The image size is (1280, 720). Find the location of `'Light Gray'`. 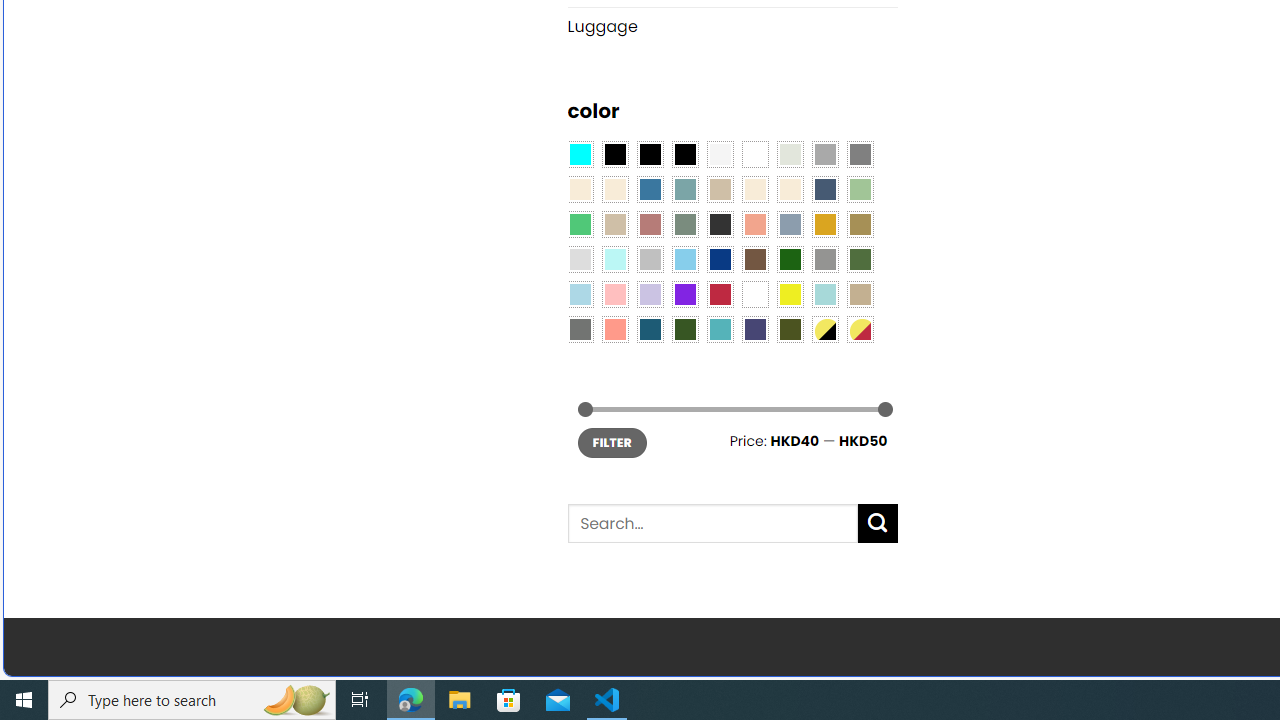

'Light Gray' is located at coordinates (578, 258).